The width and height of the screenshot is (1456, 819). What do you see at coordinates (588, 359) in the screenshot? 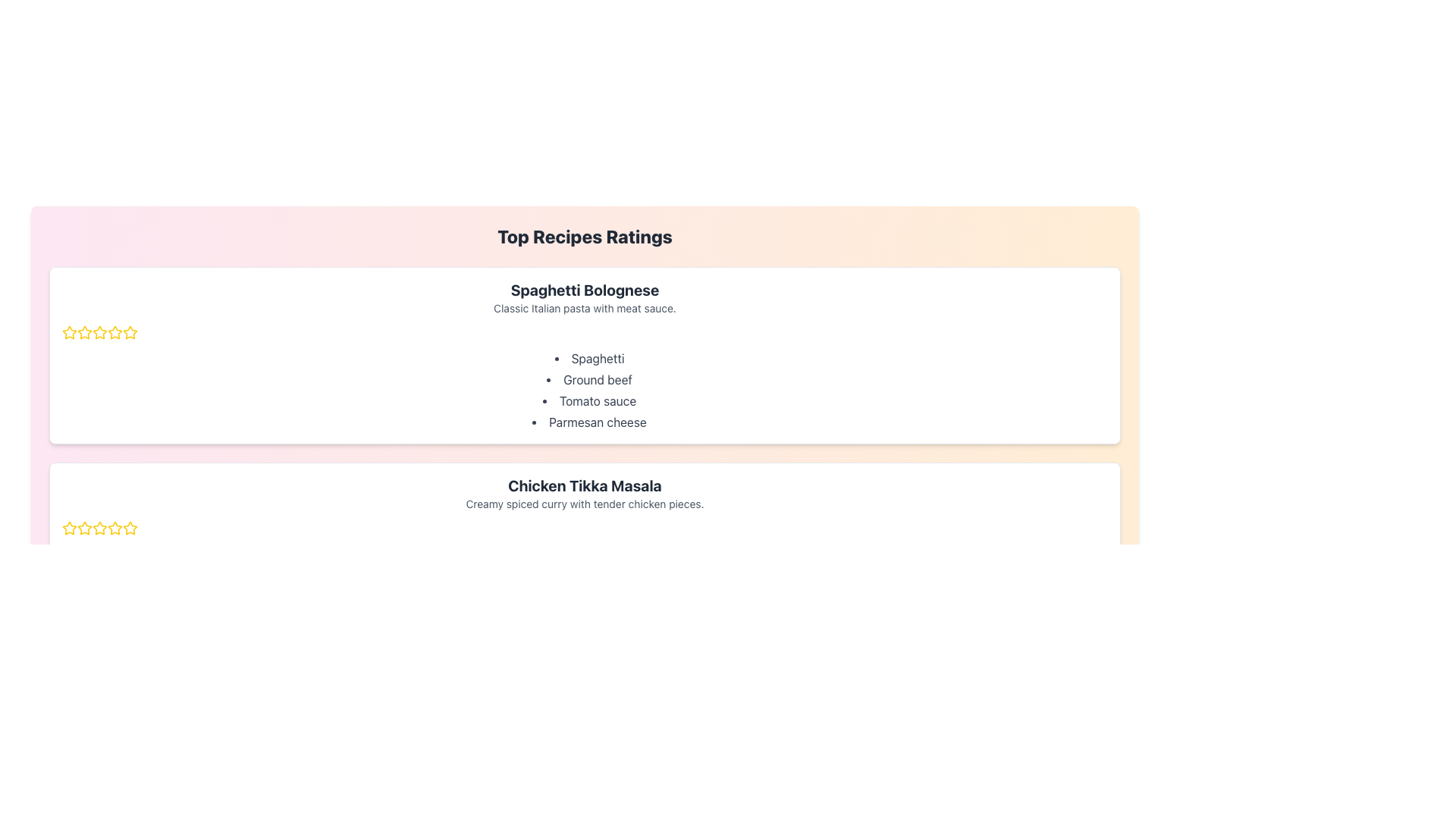
I see `the text item displaying 'Spaghetti', which is the first item in the bulleted list under 'Top Recipes Ratings'` at bounding box center [588, 359].